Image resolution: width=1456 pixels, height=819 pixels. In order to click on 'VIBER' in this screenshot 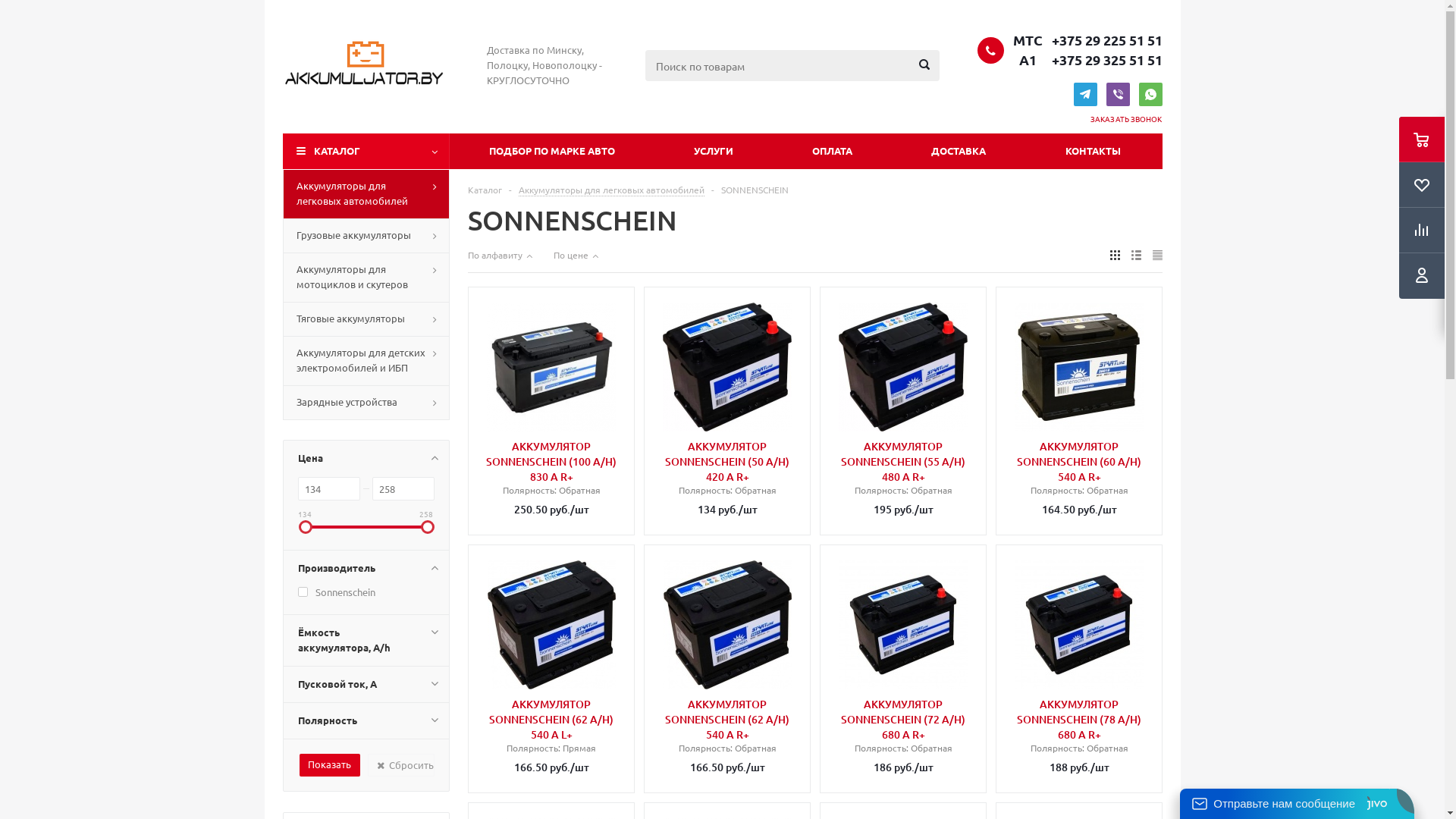, I will do `click(1117, 94)`.